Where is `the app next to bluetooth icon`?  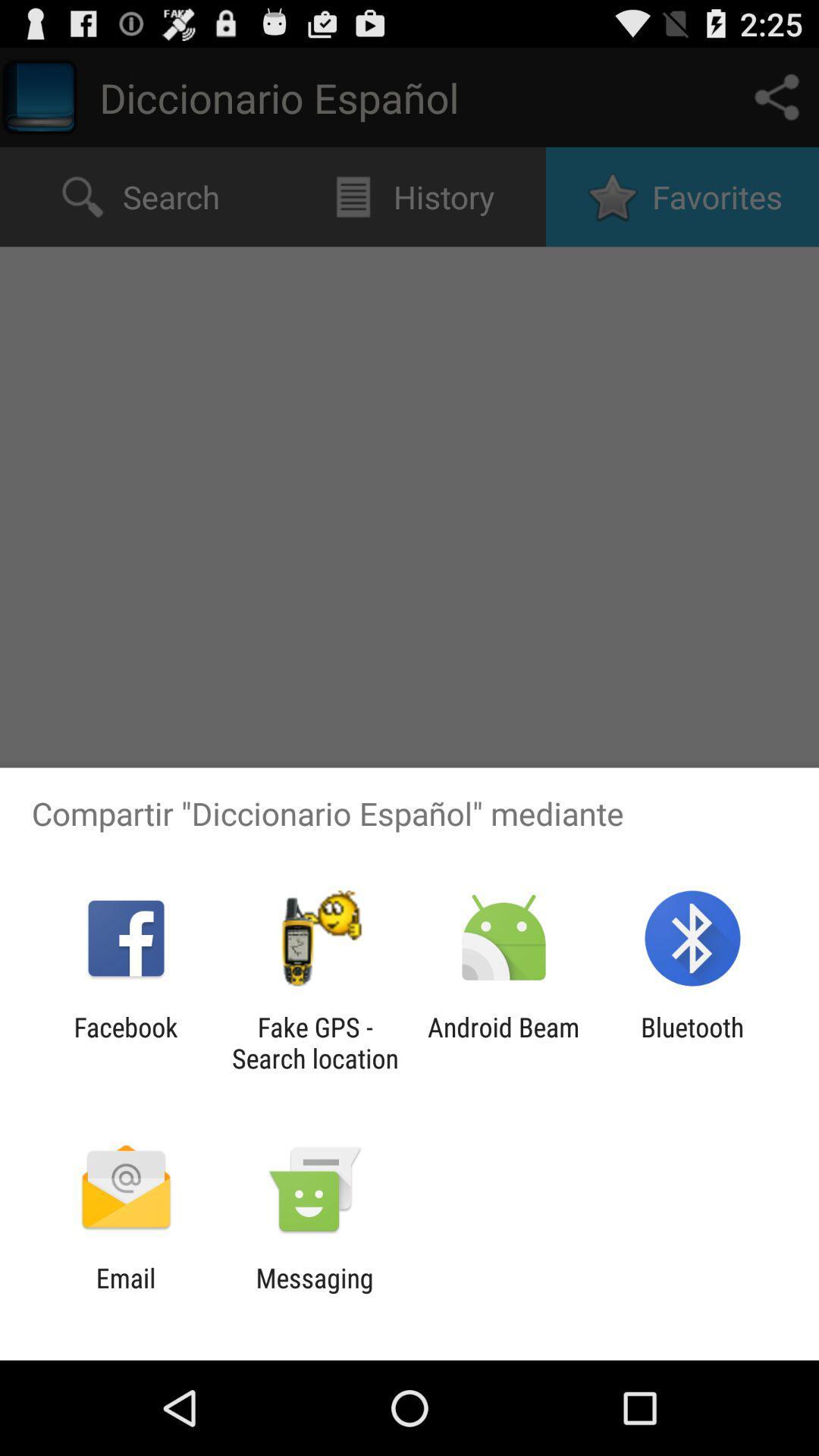 the app next to bluetooth icon is located at coordinates (504, 1042).